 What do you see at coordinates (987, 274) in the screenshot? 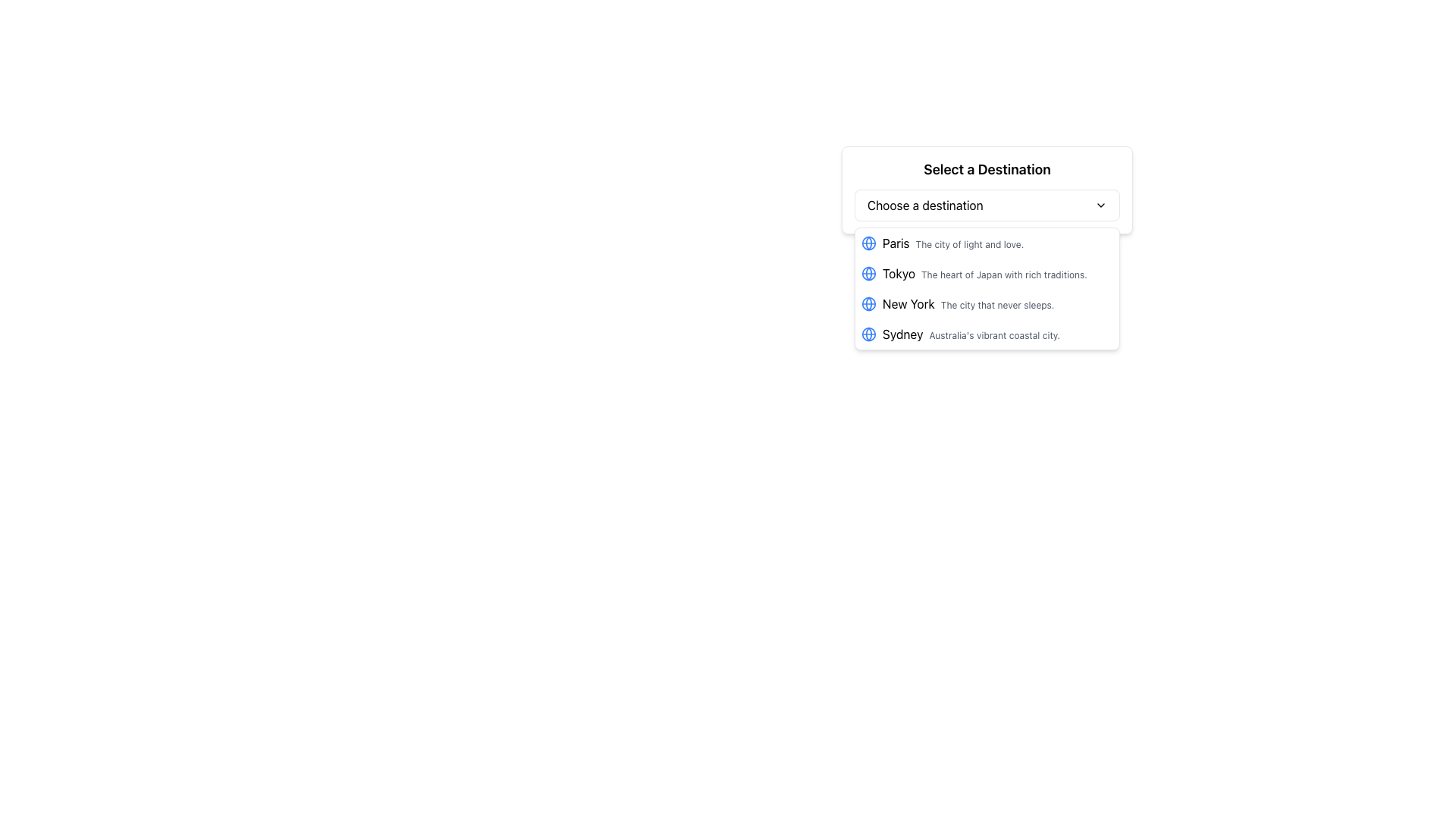
I see `the text-based list item titled 'Tokyo'` at bounding box center [987, 274].